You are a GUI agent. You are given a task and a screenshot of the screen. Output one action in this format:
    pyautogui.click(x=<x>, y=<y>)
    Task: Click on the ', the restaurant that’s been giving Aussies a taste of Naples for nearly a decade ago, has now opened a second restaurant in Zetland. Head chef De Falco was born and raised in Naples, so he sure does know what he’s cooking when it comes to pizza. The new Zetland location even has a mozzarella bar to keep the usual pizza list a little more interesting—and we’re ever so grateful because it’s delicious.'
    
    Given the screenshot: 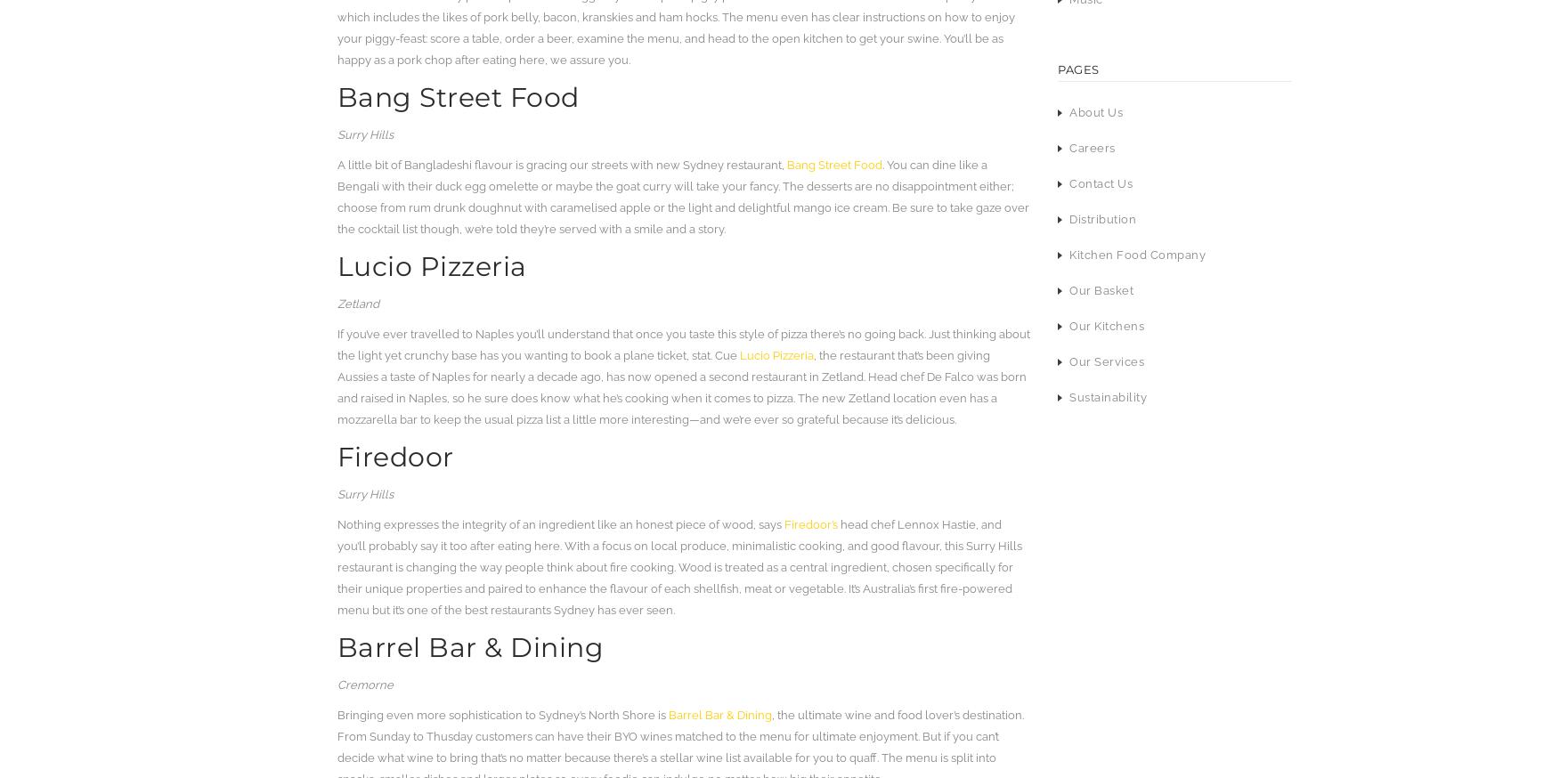 What is the action you would take?
    pyautogui.click(x=680, y=387)
    